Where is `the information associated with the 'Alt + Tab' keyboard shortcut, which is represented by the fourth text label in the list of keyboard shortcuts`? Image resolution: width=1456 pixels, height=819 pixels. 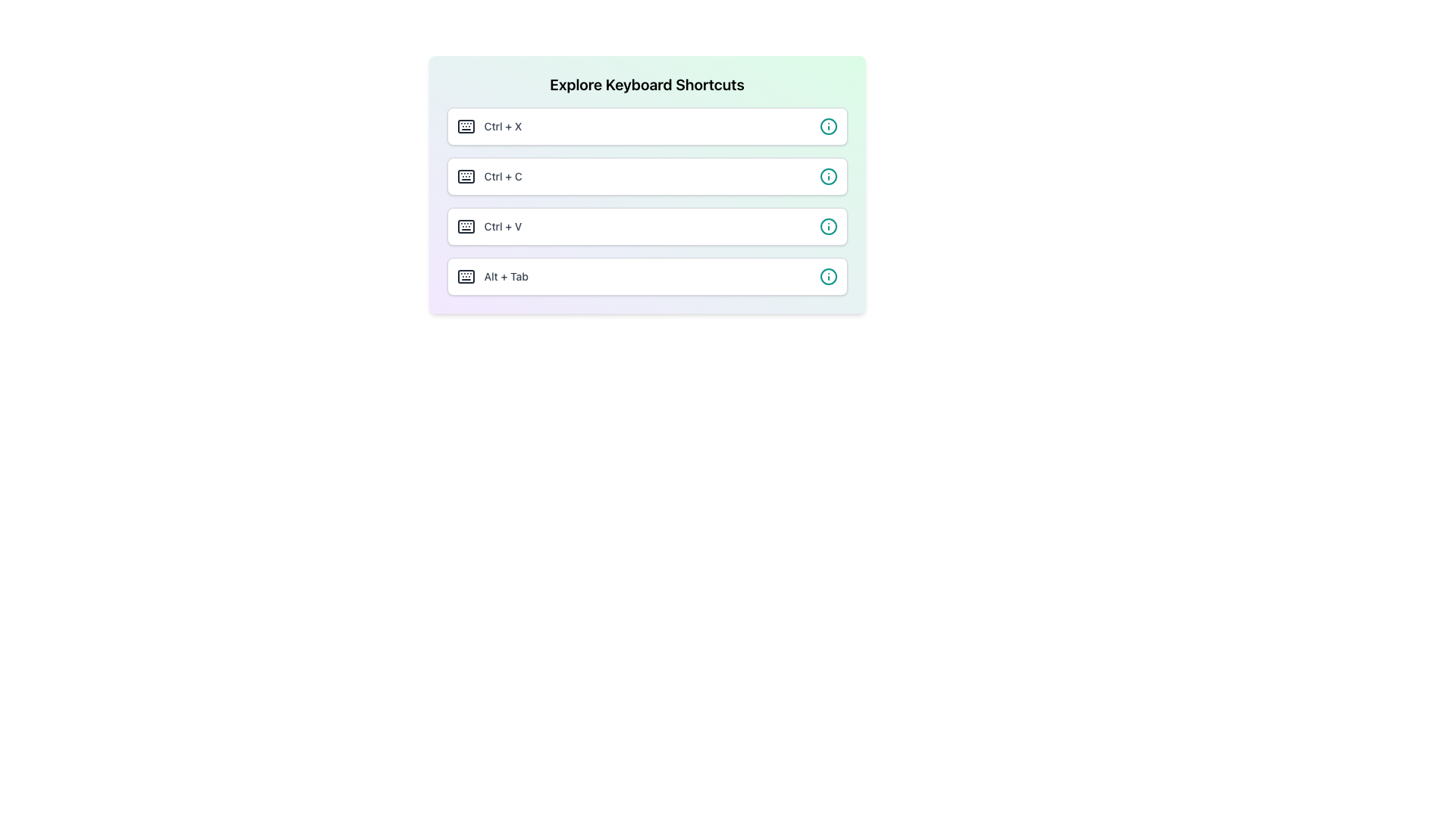 the information associated with the 'Alt + Tab' keyboard shortcut, which is represented by the fourth text label in the list of keyboard shortcuts is located at coordinates (492, 277).